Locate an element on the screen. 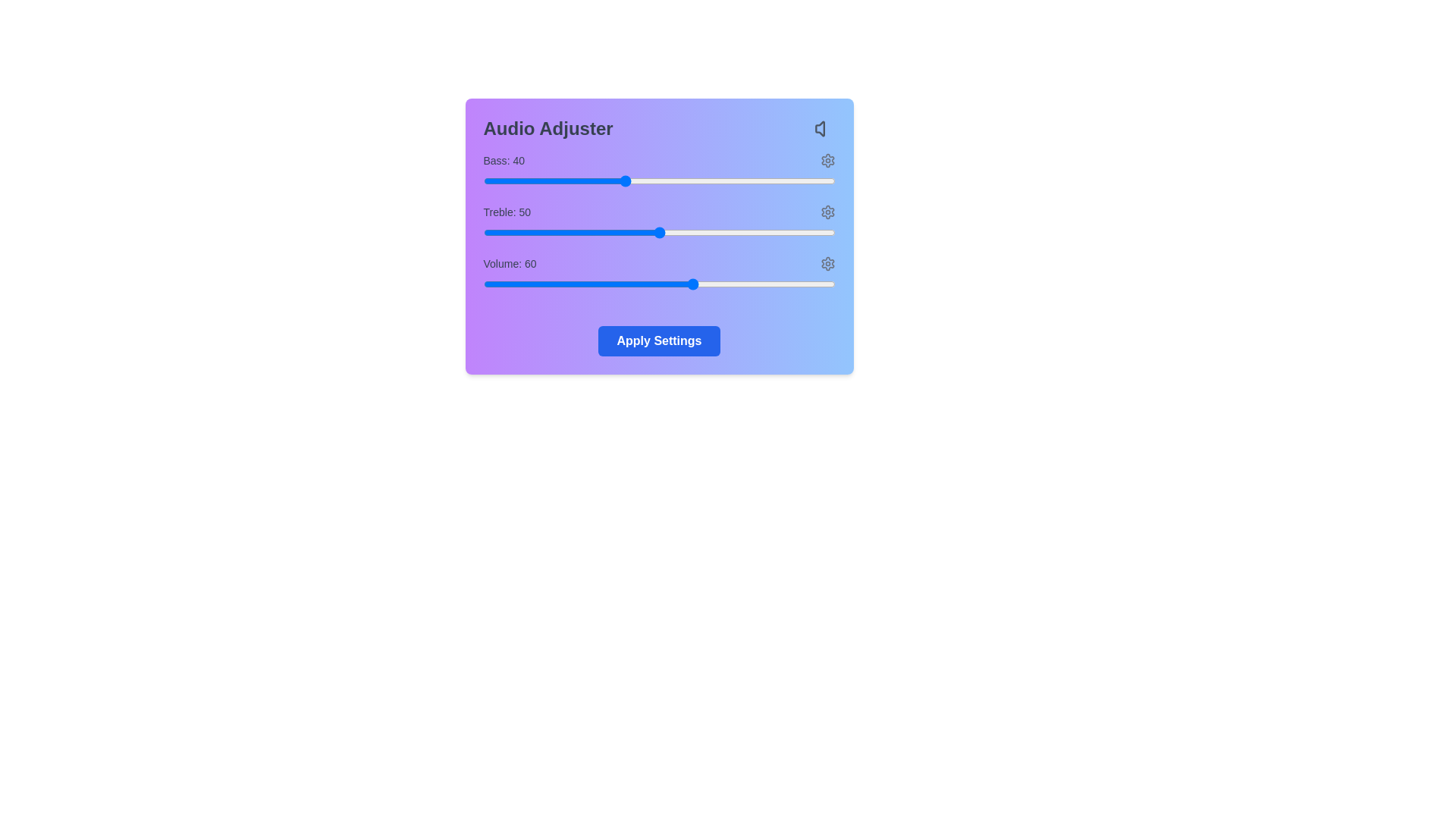 This screenshot has width=1456, height=819. the bass level is located at coordinates (802, 180).